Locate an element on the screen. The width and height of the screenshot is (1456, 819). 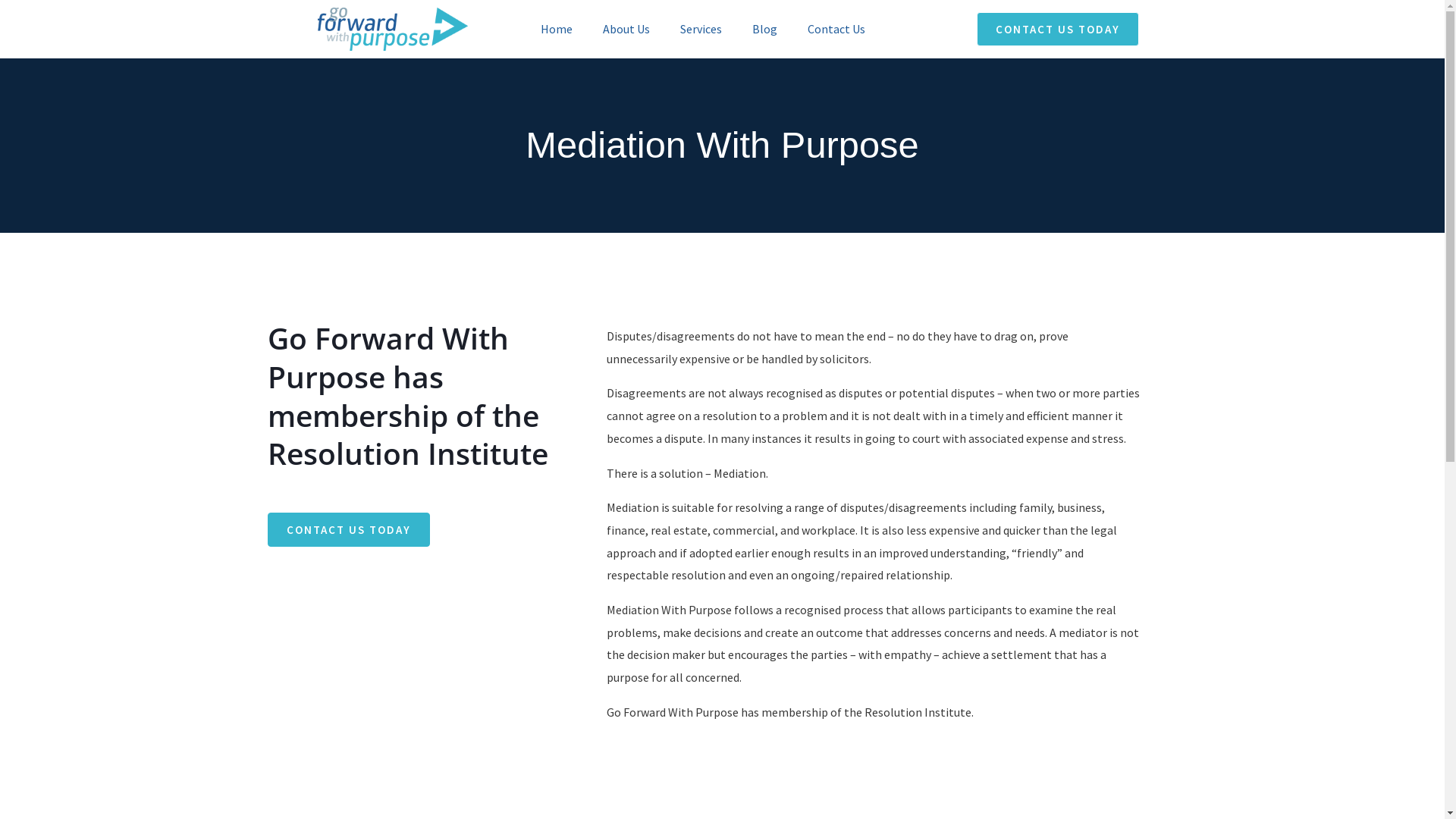
'Home' is located at coordinates (556, 29).